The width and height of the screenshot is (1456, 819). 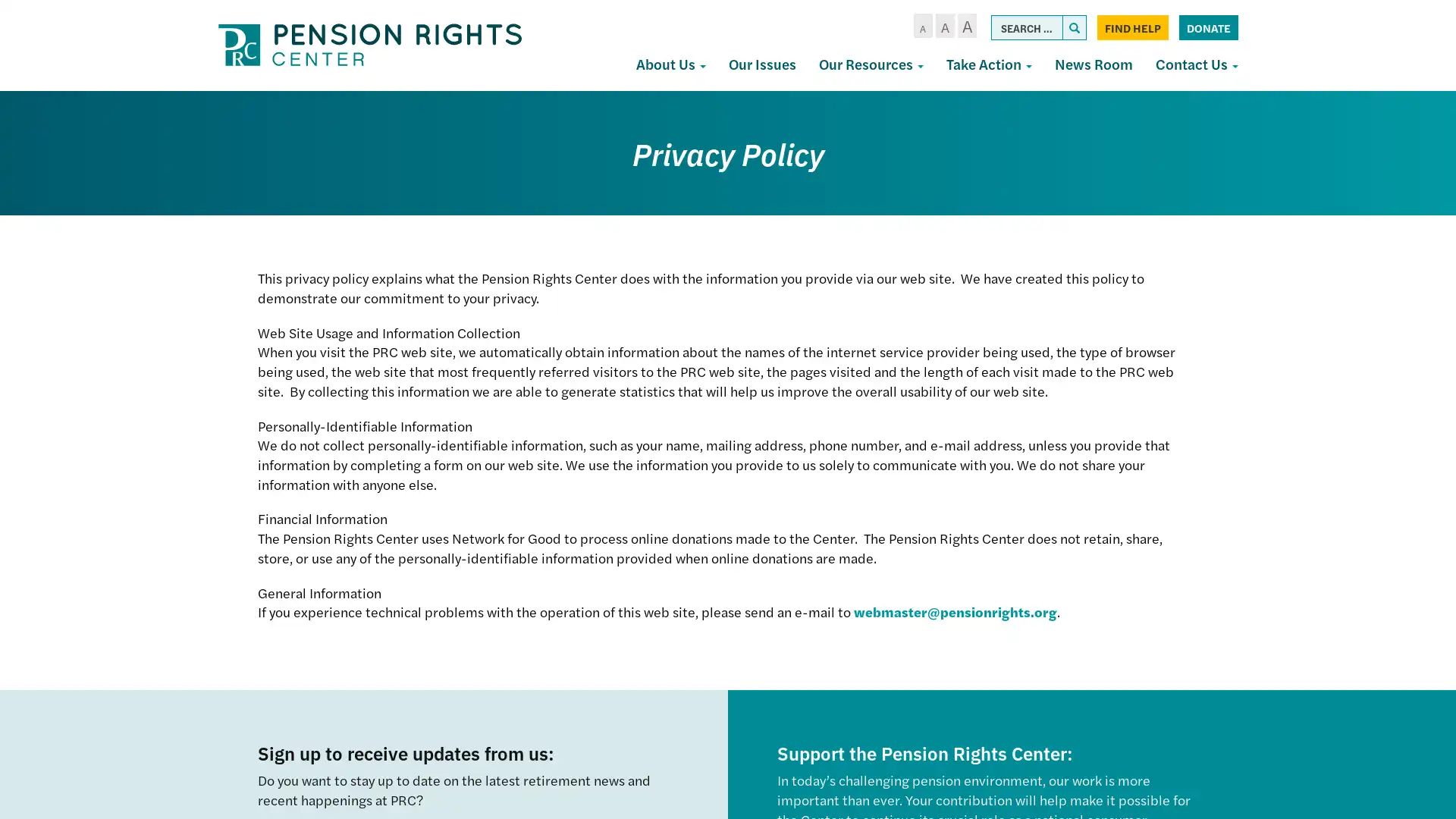 What do you see at coordinates (943, 26) in the screenshot?
I see `A` at bounding box center [943, 26].